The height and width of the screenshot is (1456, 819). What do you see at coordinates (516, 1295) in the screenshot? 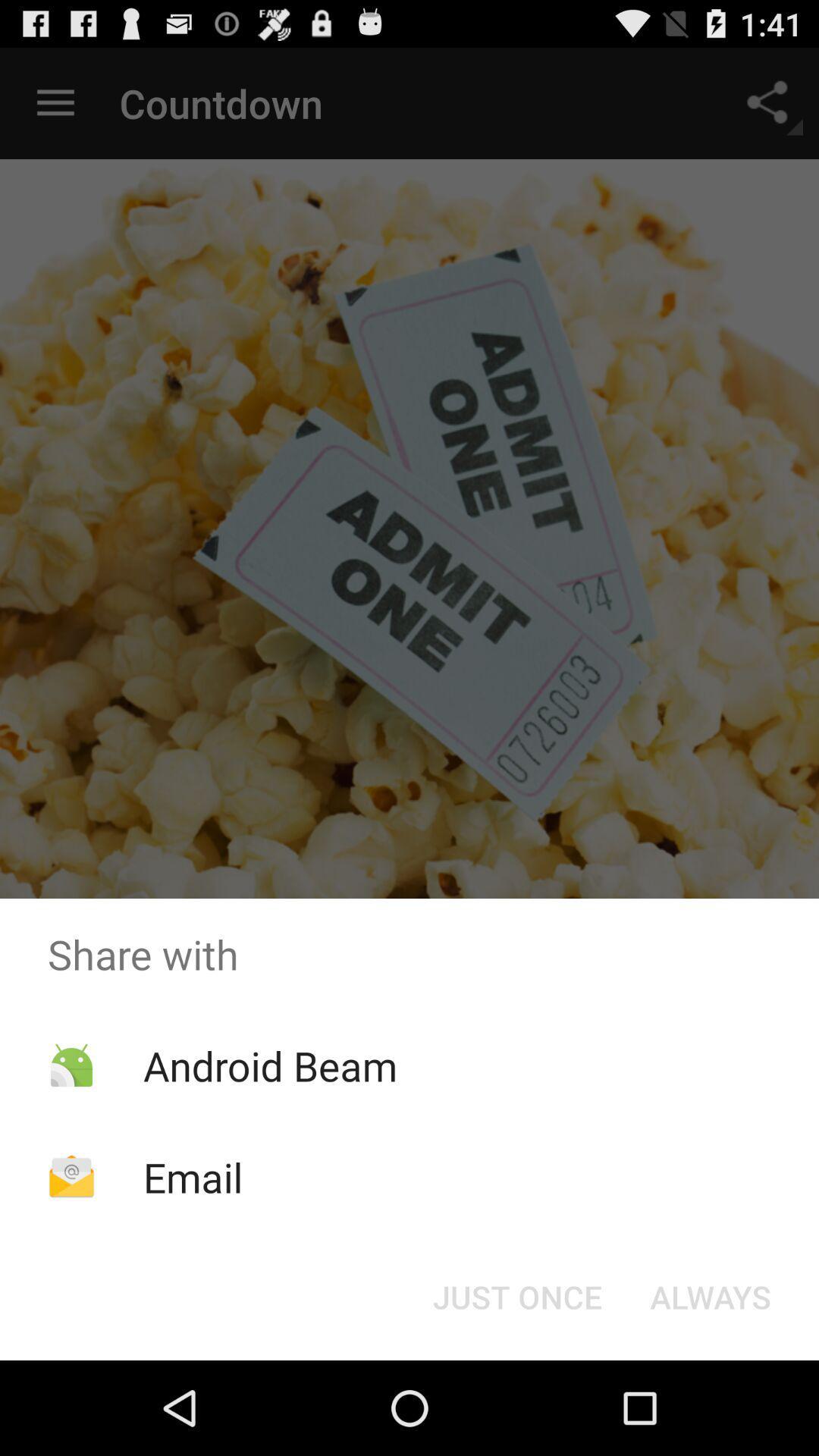
I see `icon below the share with app` at bounding box center [516, 1295].